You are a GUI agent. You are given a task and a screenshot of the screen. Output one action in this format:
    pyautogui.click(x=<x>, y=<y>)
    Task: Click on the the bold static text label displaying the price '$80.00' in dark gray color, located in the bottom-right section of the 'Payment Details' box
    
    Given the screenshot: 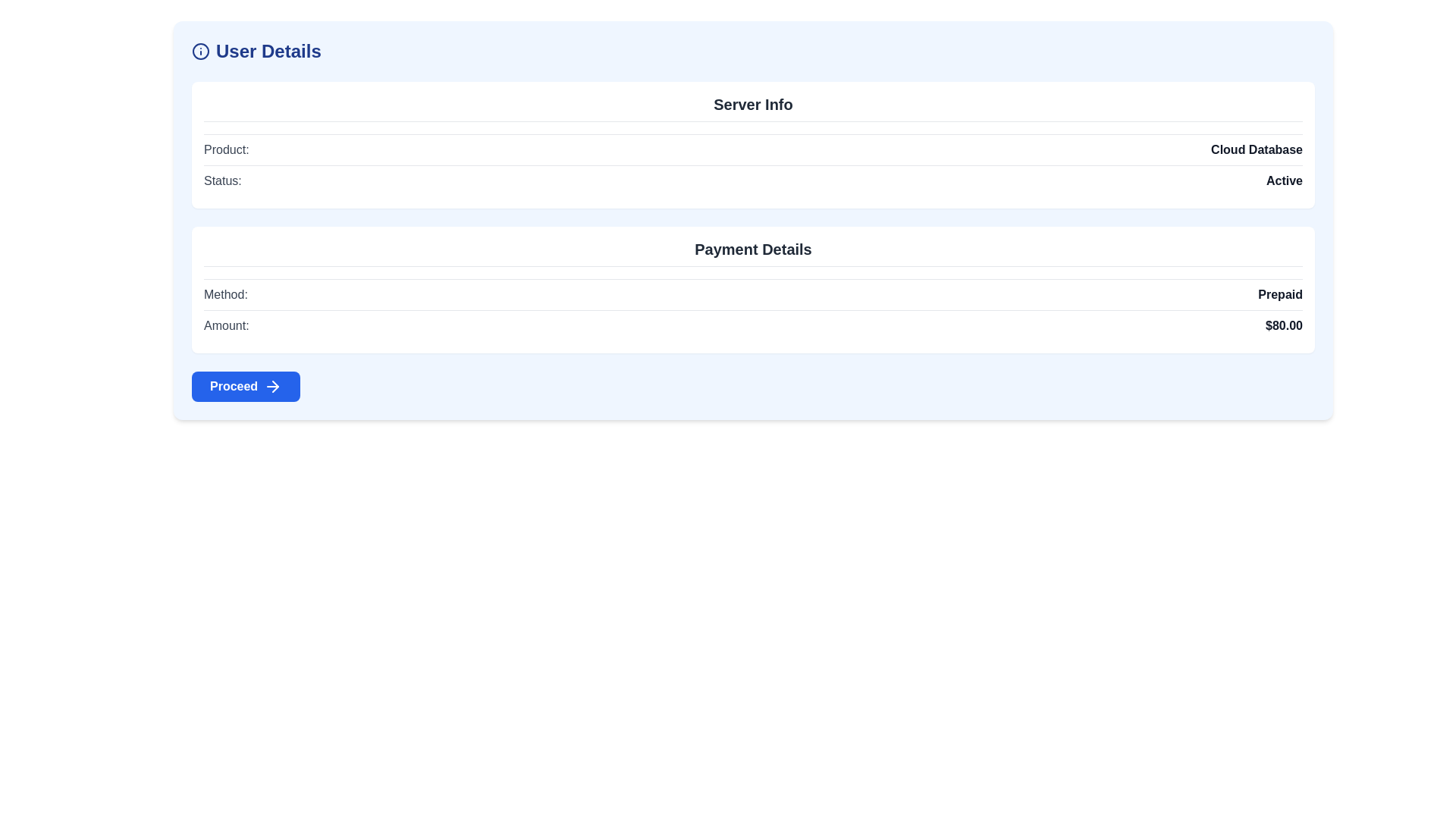 What is the action you would take?
    pyautogui.click(x=1283, y=325)
    